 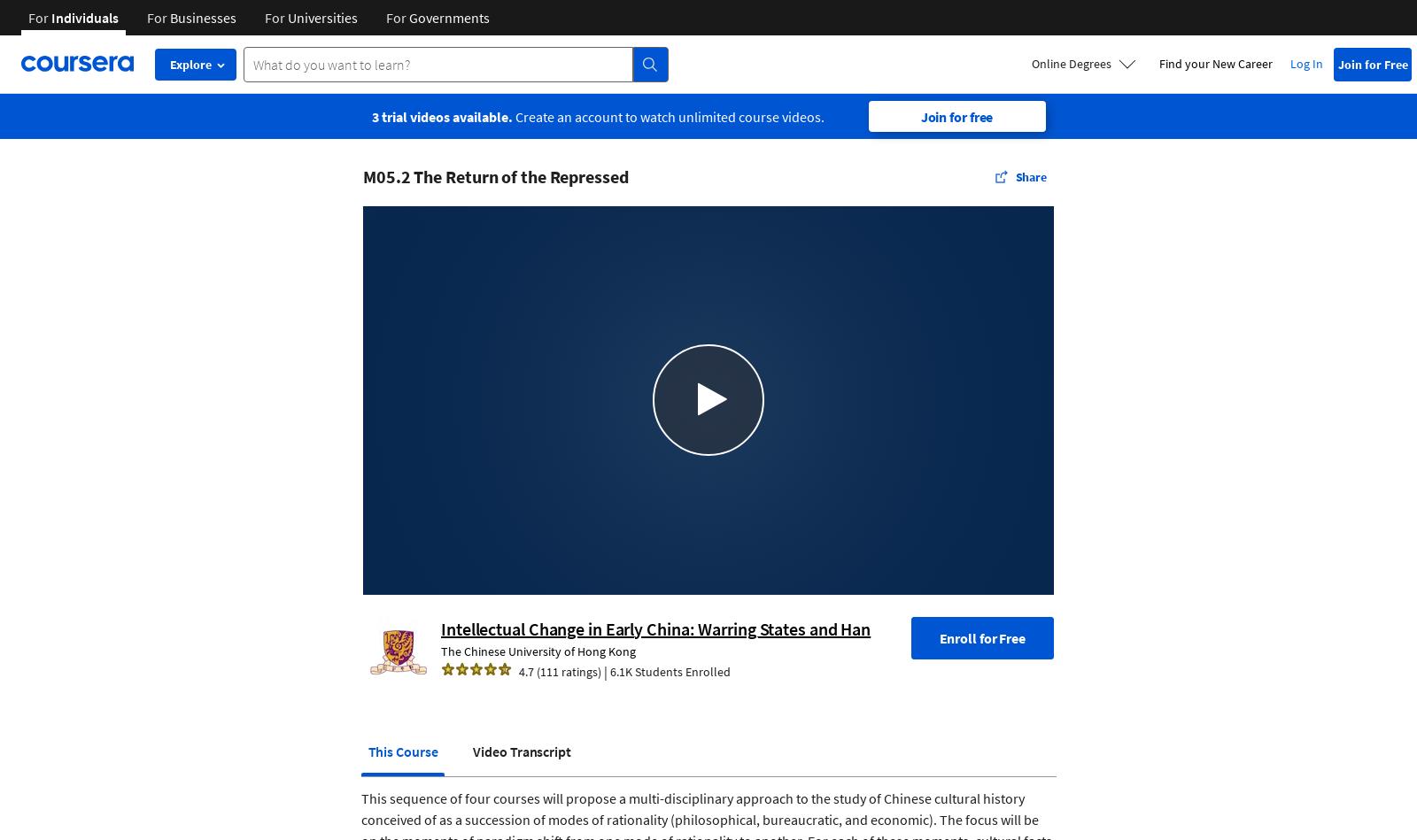 What do you see at coordinates (981, 637) in the screenshot?
I see `'Enroll for Free'` at bounding box center [981, 637].